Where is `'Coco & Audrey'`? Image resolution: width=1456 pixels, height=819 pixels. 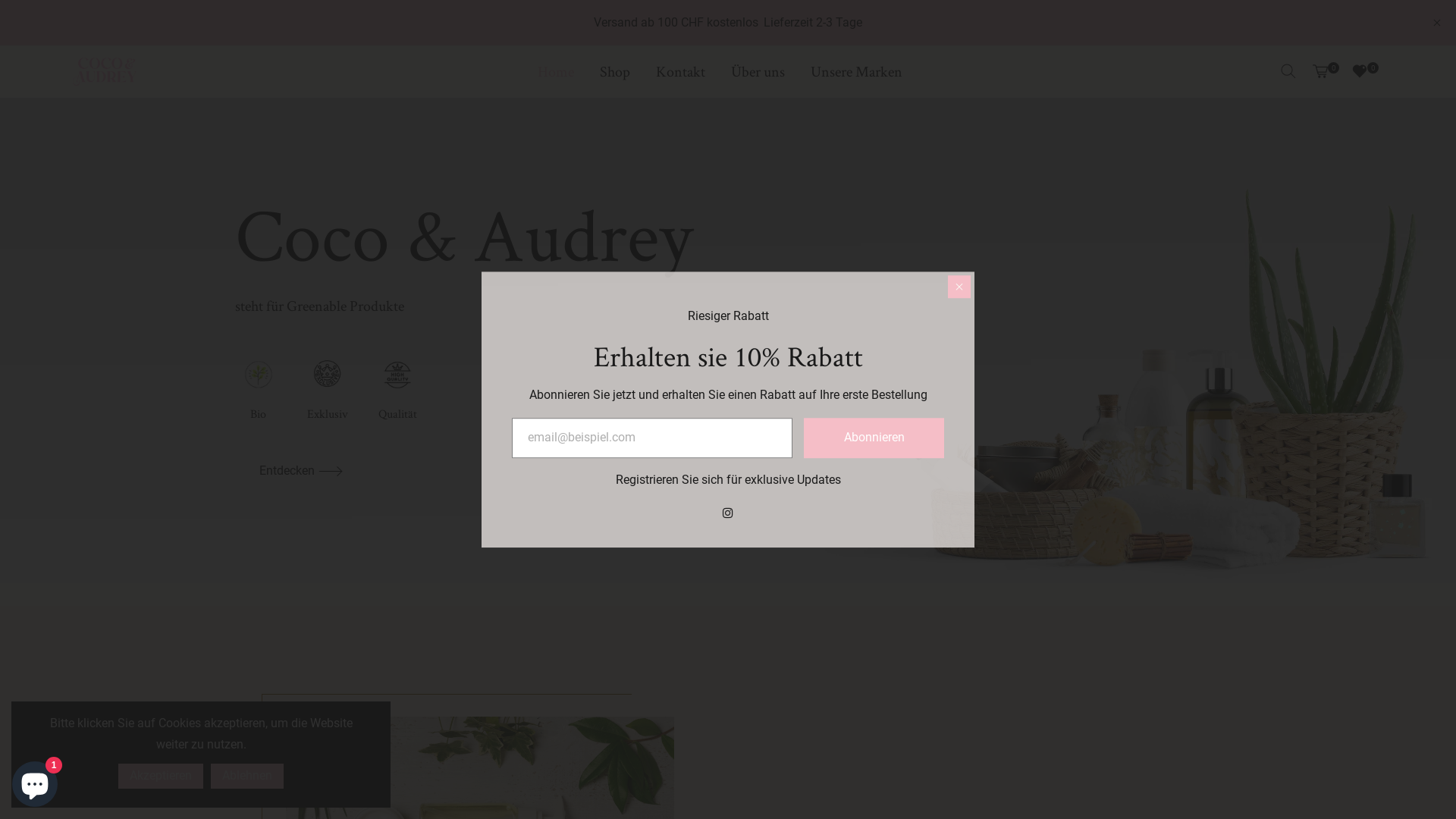
'Coco & Audrey' is located at coordinates (104, 71).